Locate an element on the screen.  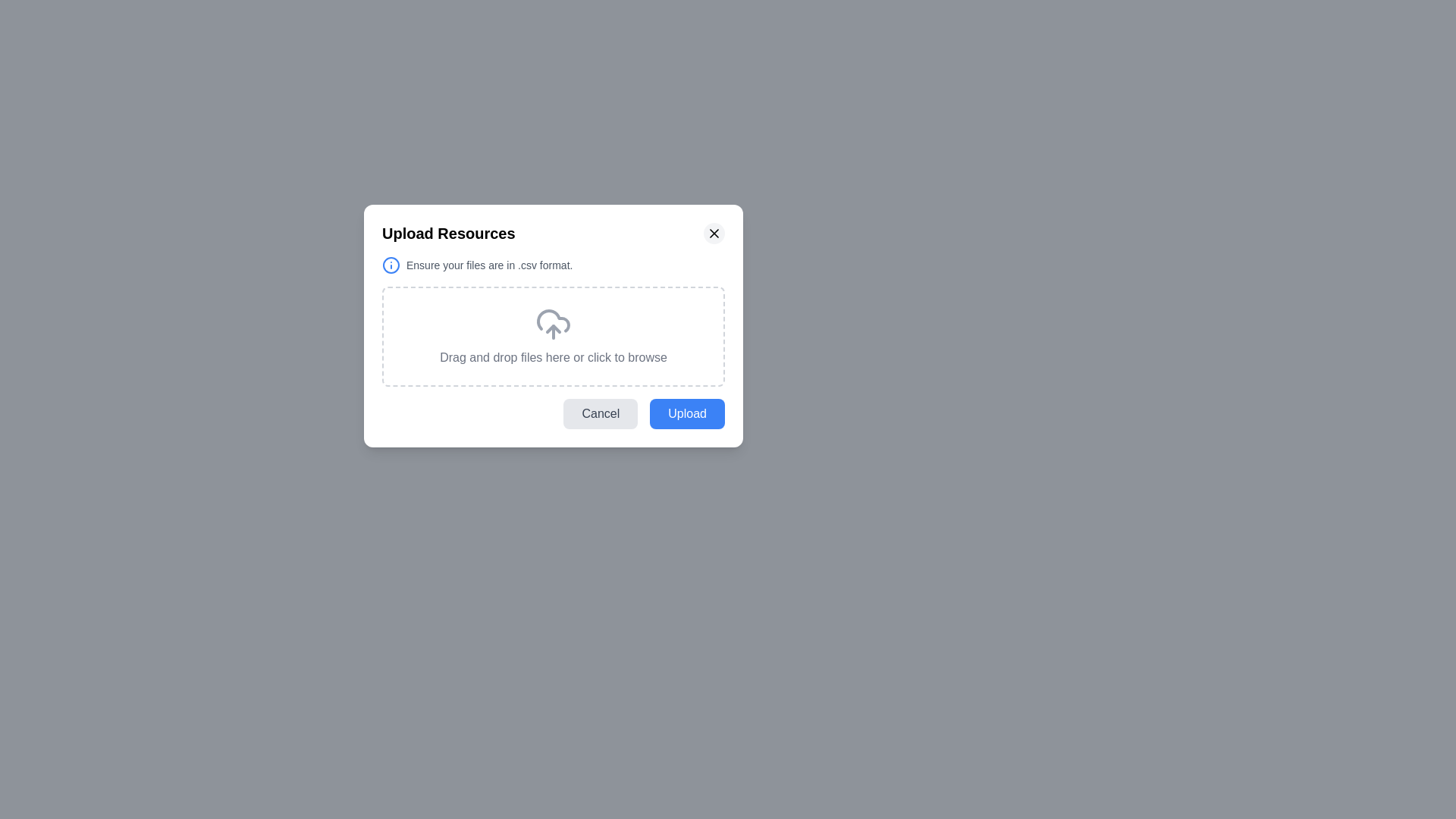
the upload button located in the bottom-right corner of the 'Upload Resources' dialog box is located at coordinates (686, 414).